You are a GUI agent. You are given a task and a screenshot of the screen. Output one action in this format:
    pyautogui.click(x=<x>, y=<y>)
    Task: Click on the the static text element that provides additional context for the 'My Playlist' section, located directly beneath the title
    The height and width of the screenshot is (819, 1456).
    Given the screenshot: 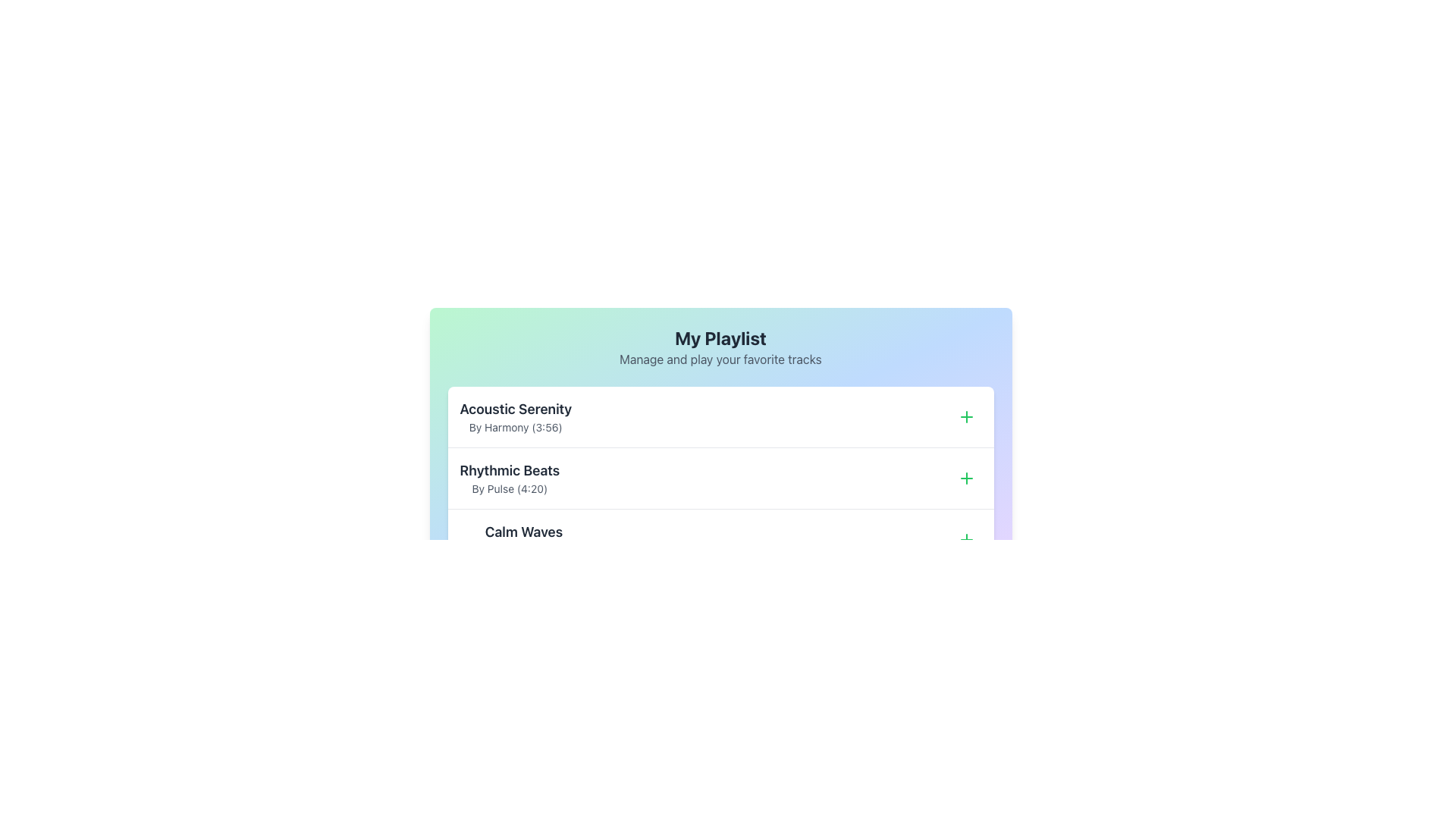 What is the action you would take?
    pyautogui.click(x=720, y=359)
    